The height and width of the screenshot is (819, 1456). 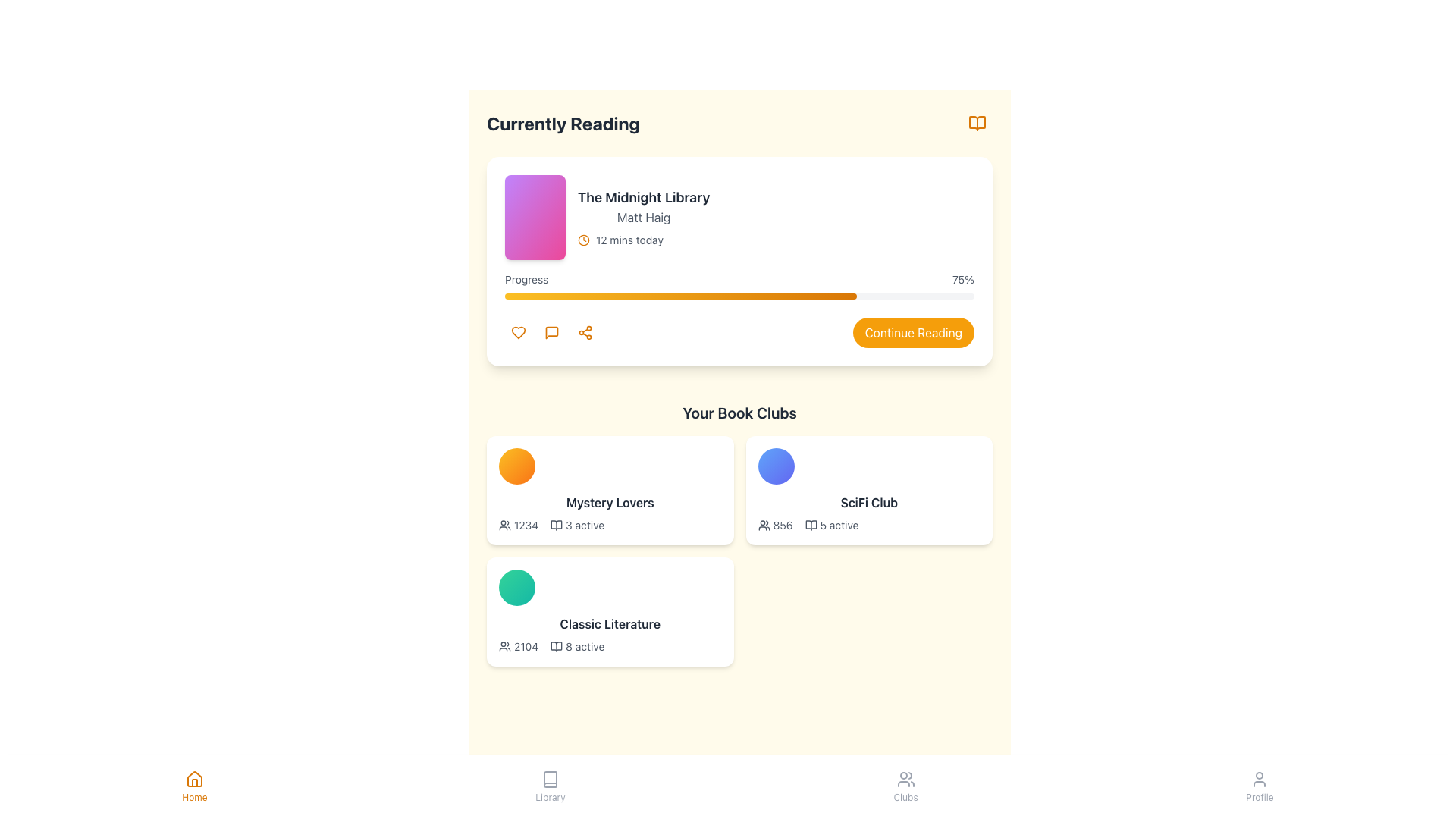 What do you see at coordinates (549, 786) in the screenshot?
I see `the Navigation button labeled 'Library', which is styled with a book icon and located in the bottom navigation bar between 'Home' and 'Clubs'` at bounding box center [549, 786].